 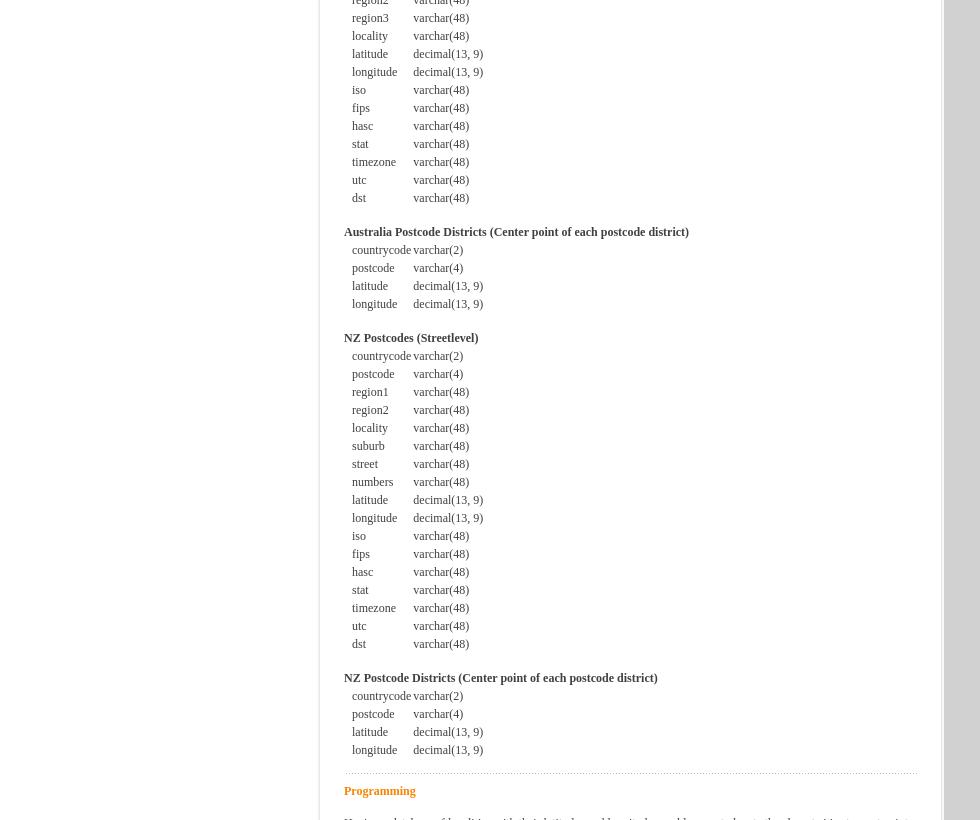 I want to click on 'NZ Postcodes (Streetlevel)', so click(x=411, y=337).